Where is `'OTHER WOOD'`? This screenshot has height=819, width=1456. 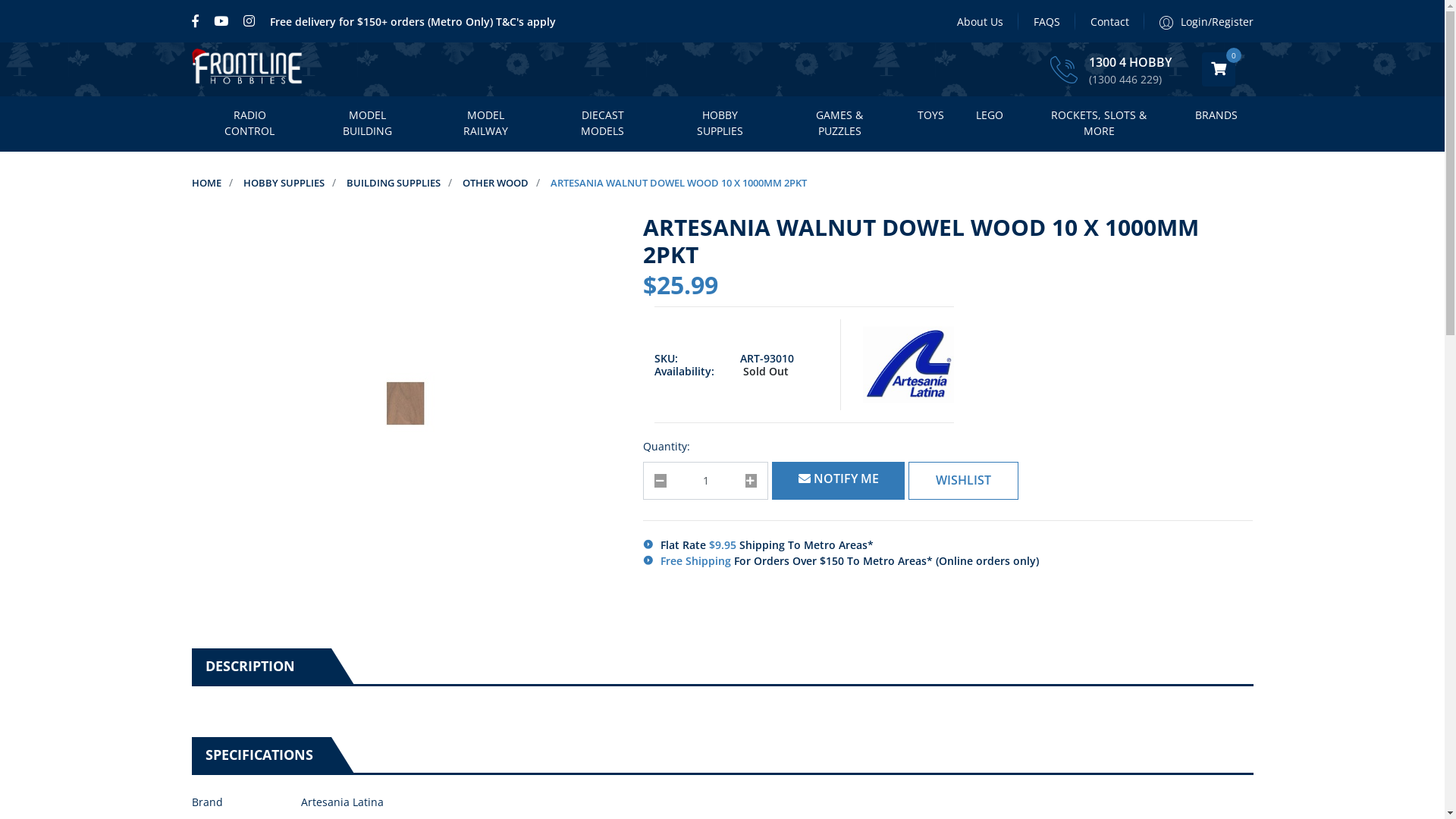
'OTHER WOOD' is located at coordinates (495, 181).